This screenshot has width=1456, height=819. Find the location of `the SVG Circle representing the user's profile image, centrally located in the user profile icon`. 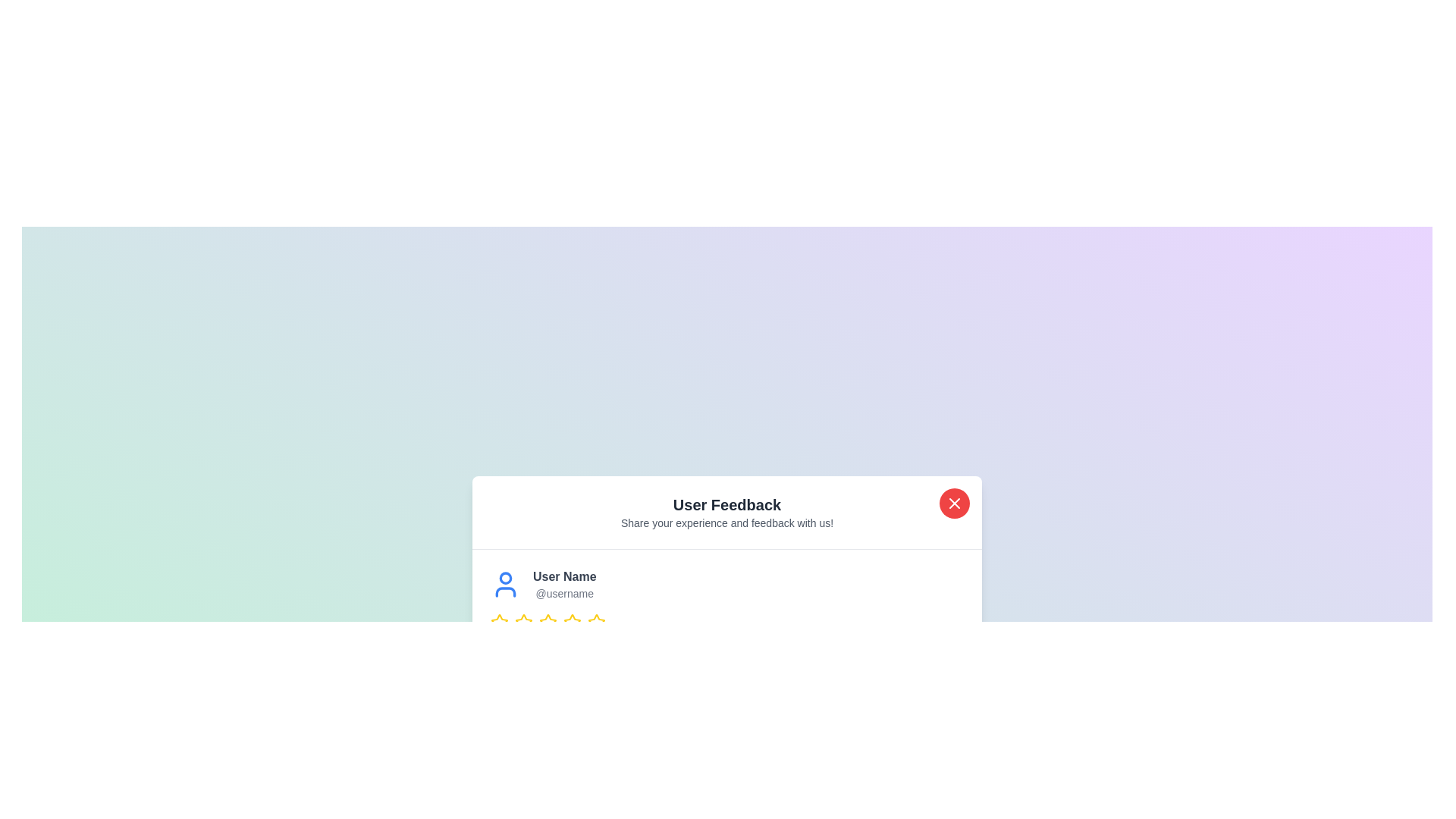

the SVG Circle representing the user's profile image, centrally located in the user profile icon is located at coordinates (506, 578).